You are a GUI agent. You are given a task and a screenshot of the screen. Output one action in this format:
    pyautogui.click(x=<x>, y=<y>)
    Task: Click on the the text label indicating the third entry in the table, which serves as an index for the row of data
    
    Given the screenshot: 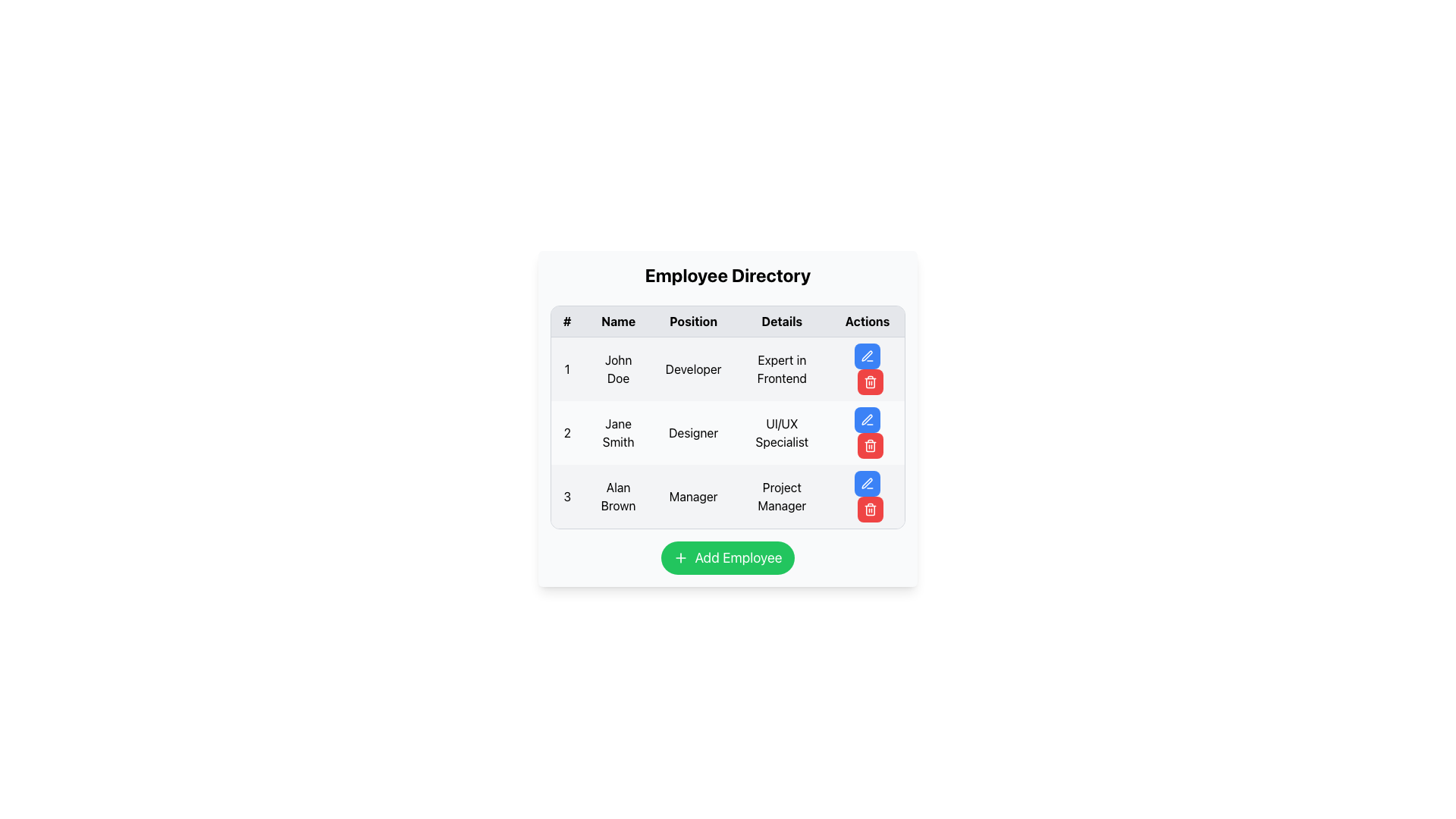 What is the action you would take?
    pyautogui.click(x=566, y=497)
    